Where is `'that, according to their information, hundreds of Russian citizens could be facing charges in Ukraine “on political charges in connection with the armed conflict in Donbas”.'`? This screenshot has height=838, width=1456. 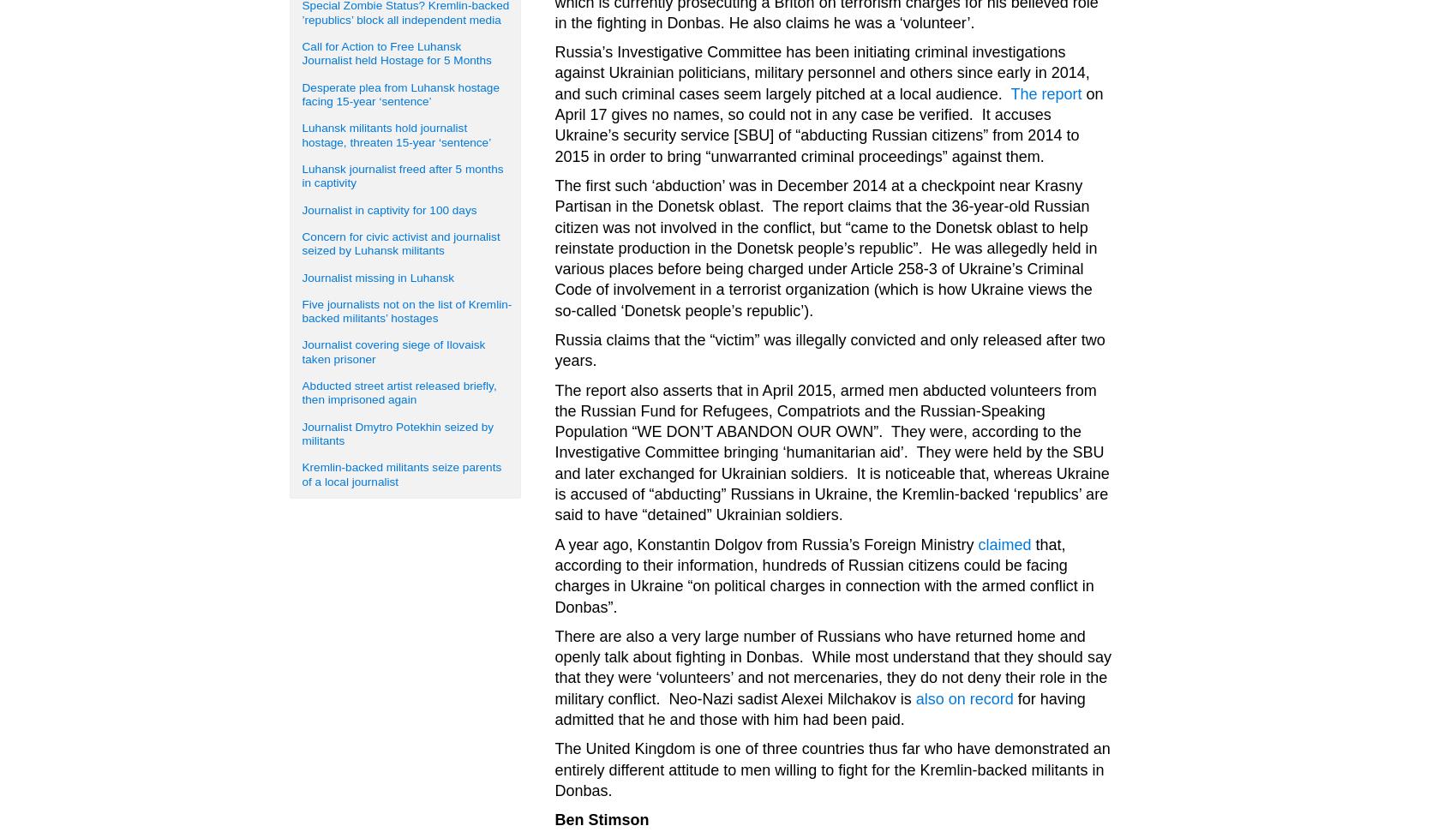 'that, according to their information, hundreds of Russian citizens could be facing charges in Ukraine “on political charges in connection with the armed conflict in Donbas”.' is located at coordinates (554, 575).